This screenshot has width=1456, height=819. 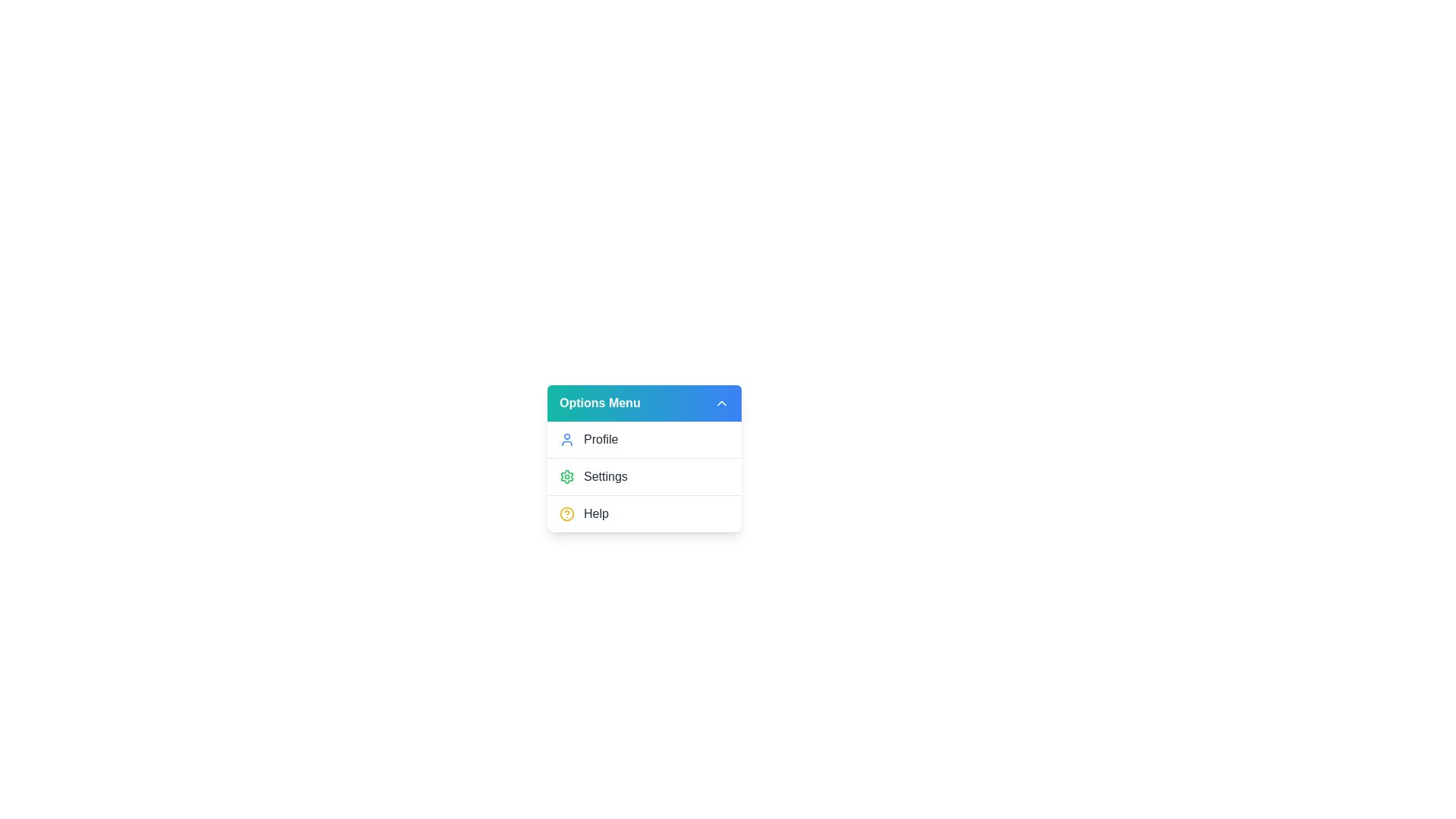 I want to click on the 'Options Menu' button to toggle the dropdown menu, so click(x=644, y=403).